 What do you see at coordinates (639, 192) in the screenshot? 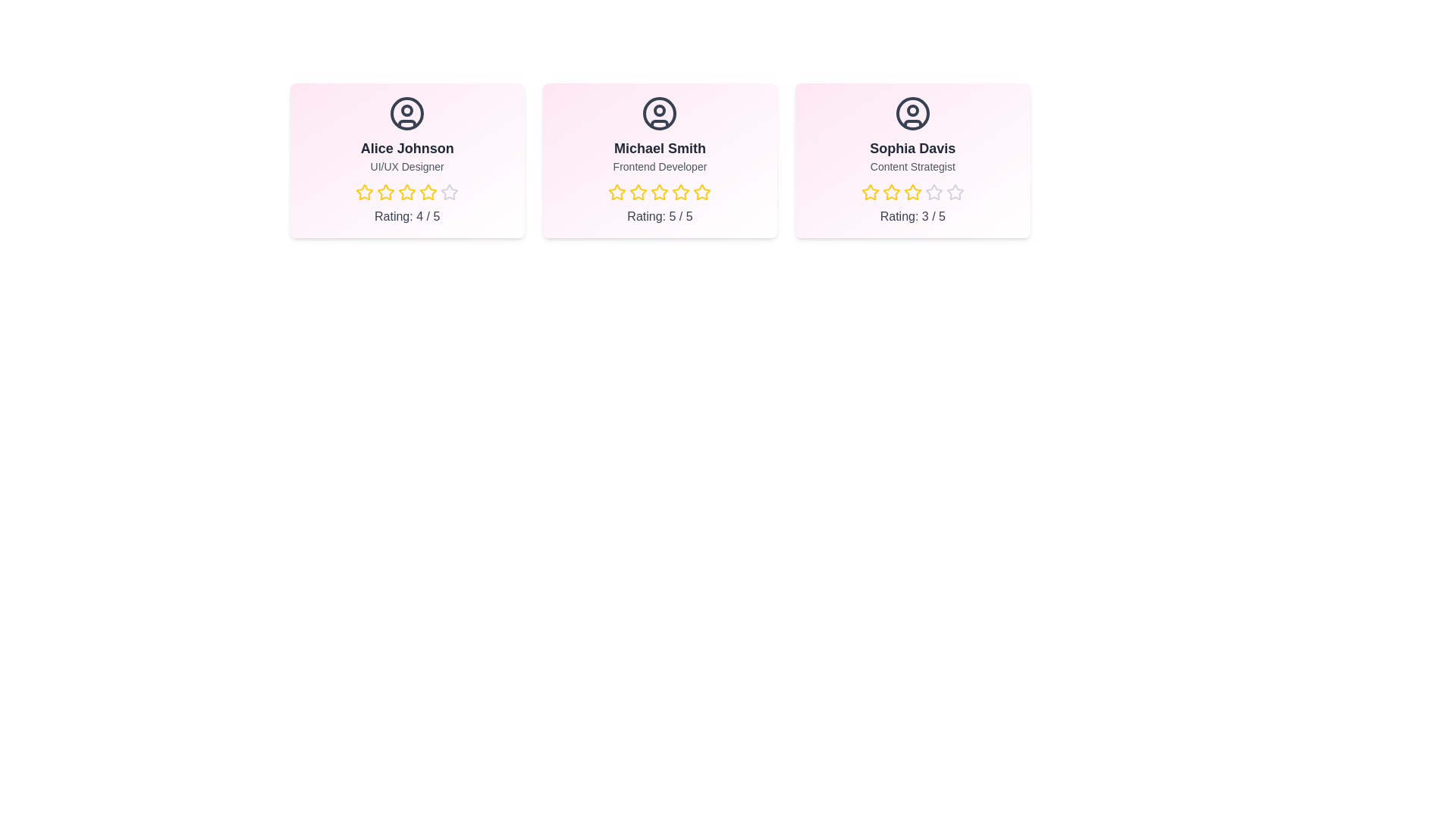
I see `the star corresponding to 2 stars for the team member Michael Smith` at bounding box center [639, 192].